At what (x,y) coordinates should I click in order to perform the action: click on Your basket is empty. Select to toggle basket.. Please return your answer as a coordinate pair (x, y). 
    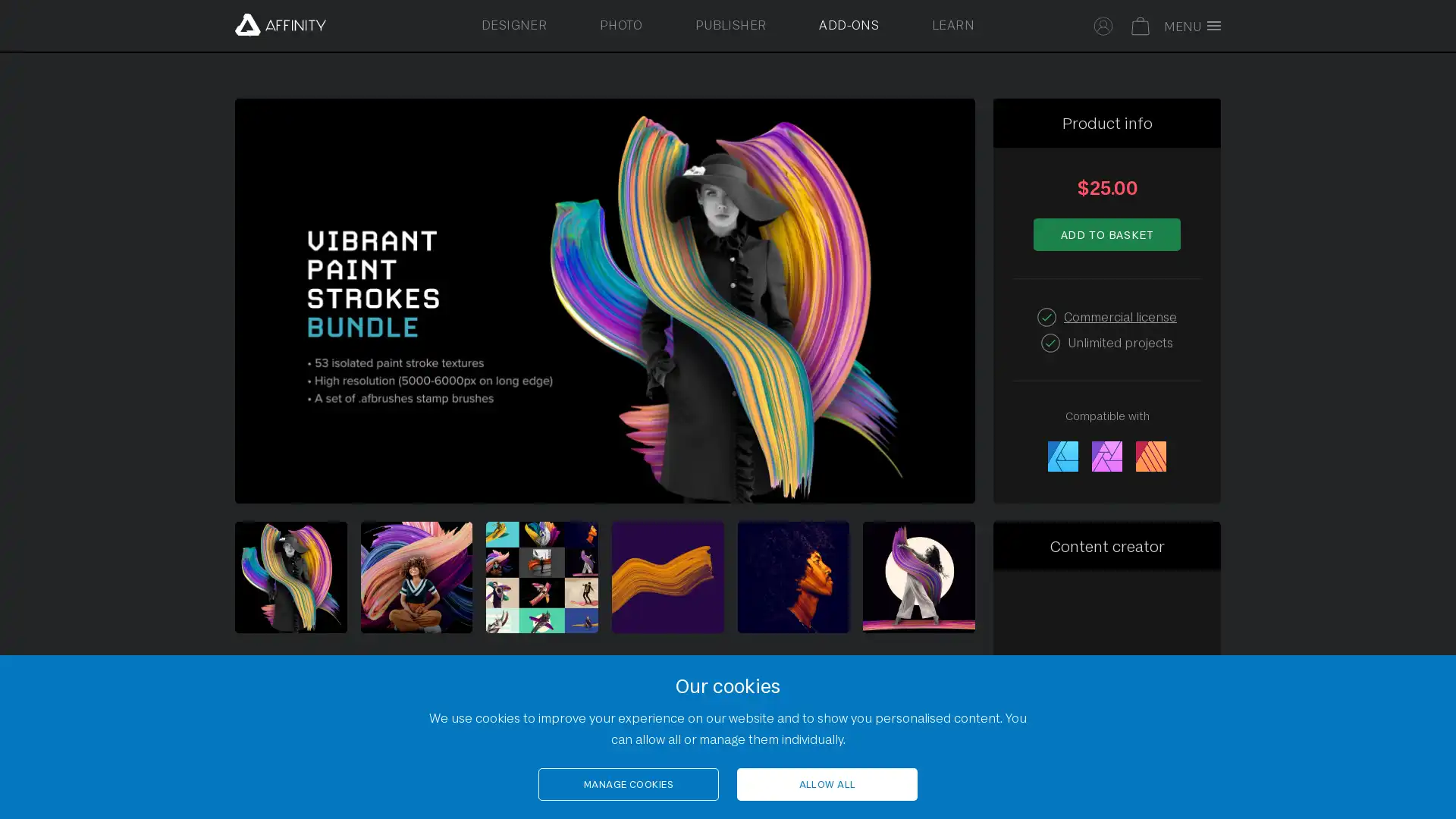
    Looking at the image, I should click on (1141, 24).